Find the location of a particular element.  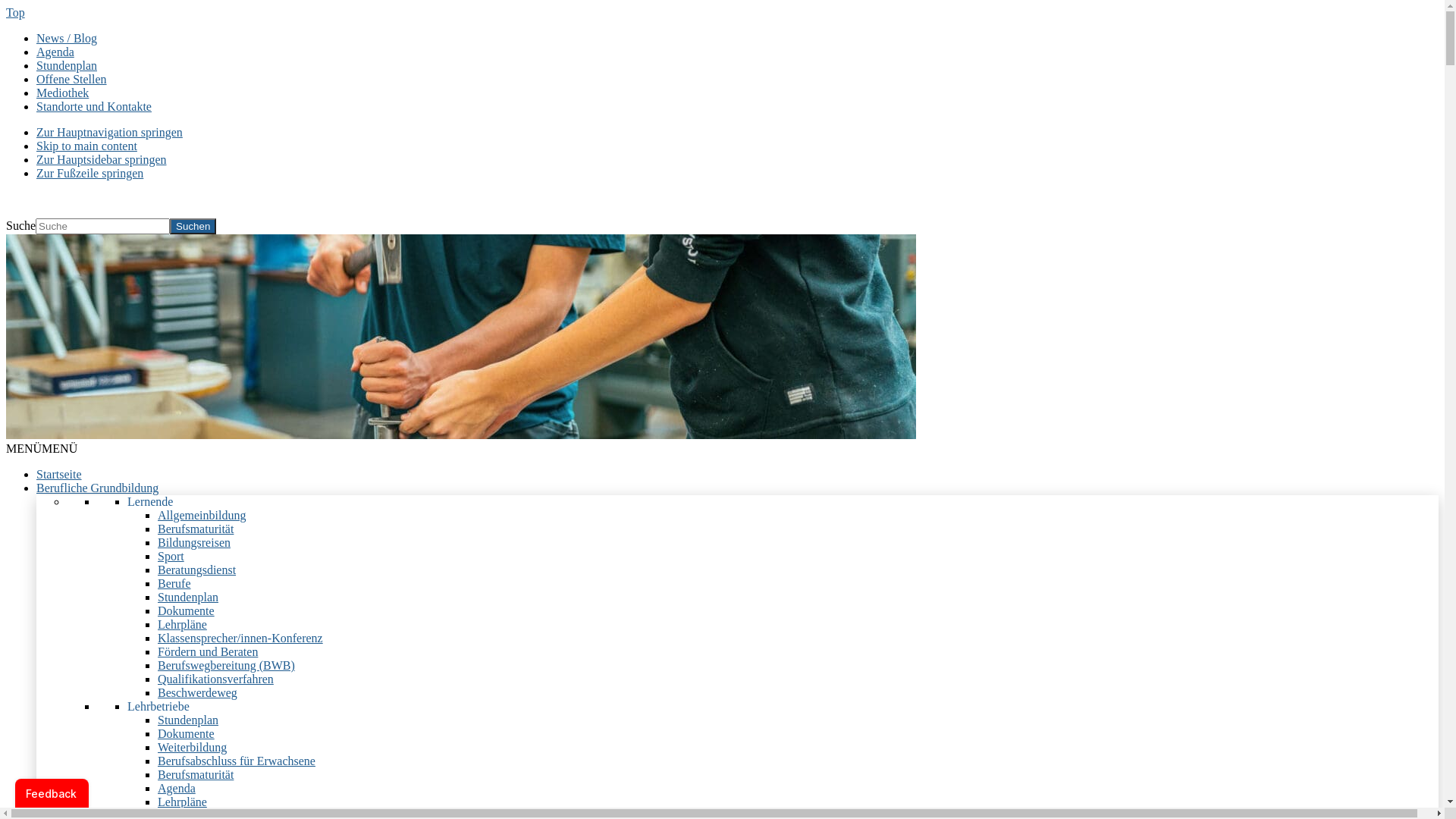

'Berufe' is located at coordinates (157, 582).